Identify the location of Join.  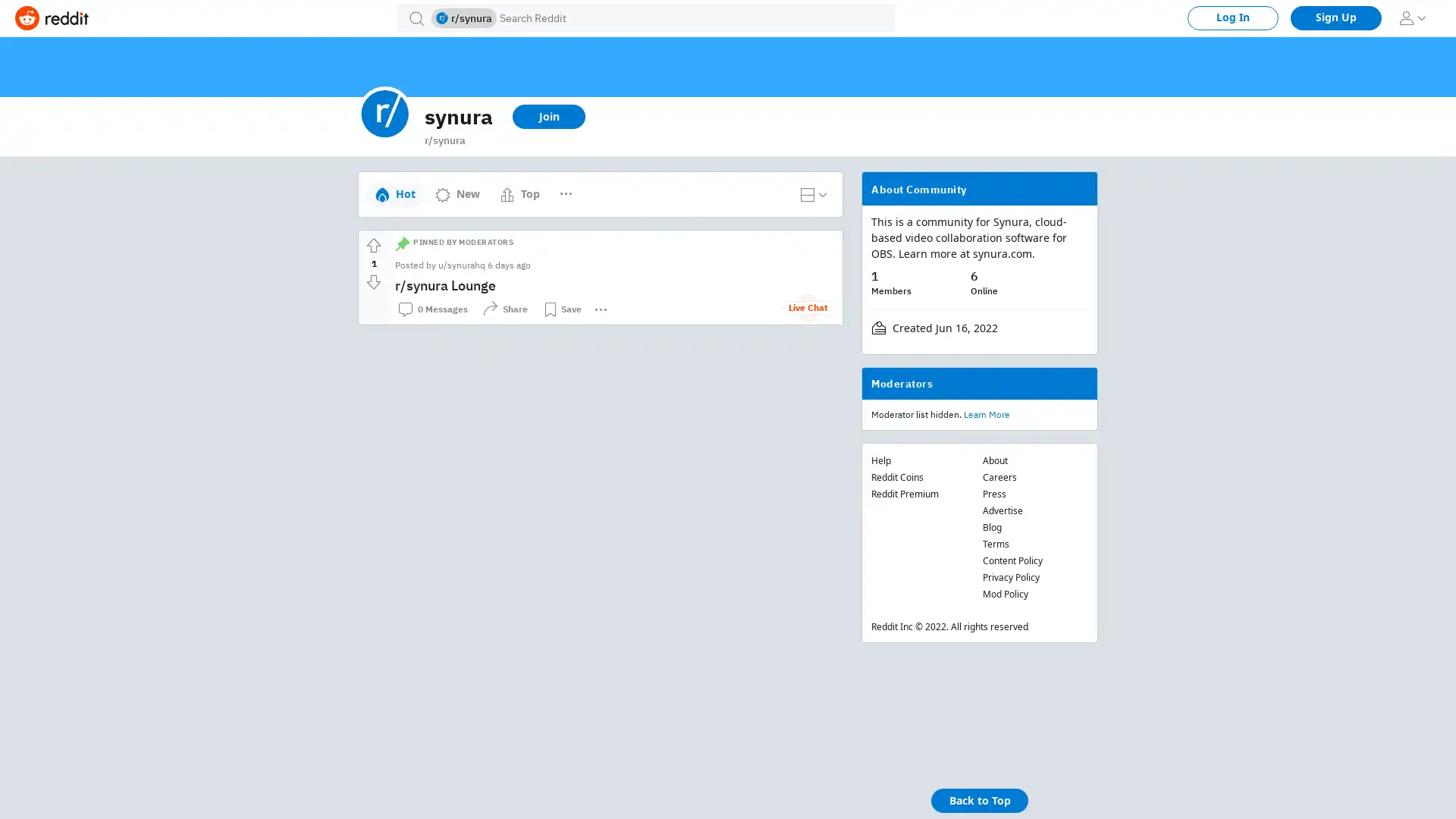
(548, 116).